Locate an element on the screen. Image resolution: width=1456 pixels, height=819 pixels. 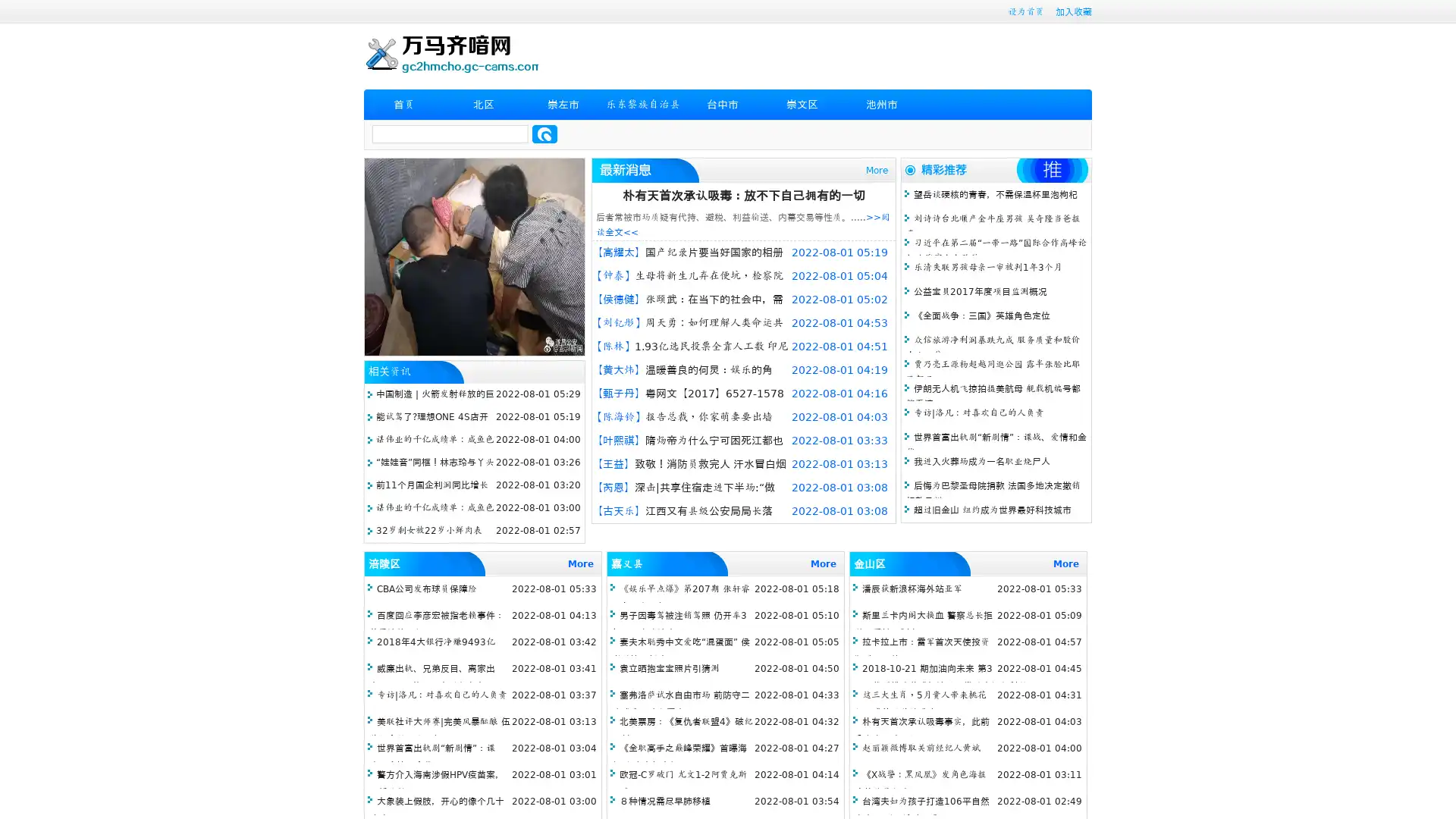
Search is located at coordinates (544, 133).